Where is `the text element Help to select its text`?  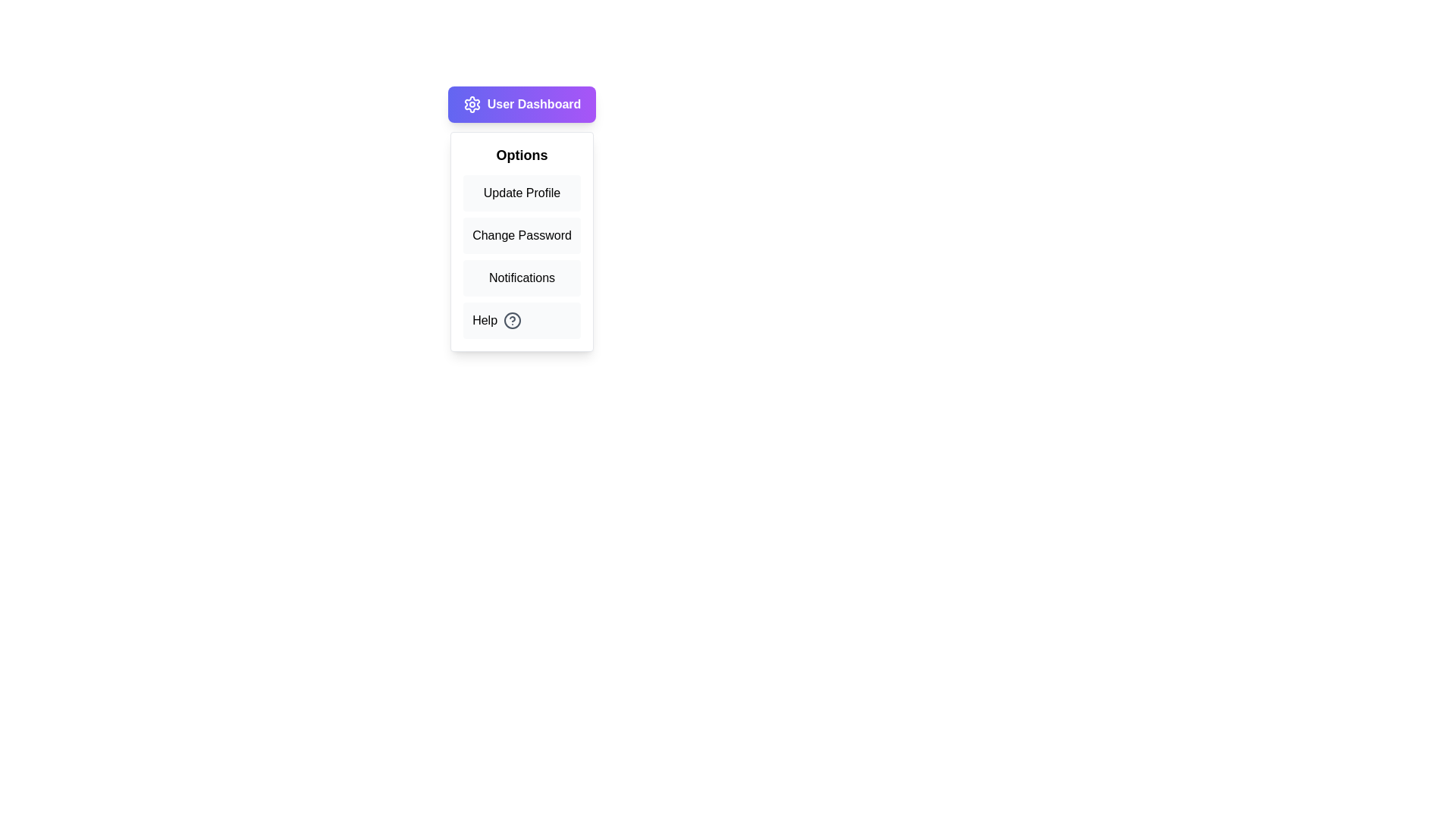
the text element Help to select its text is located at coordinates (522, 320).